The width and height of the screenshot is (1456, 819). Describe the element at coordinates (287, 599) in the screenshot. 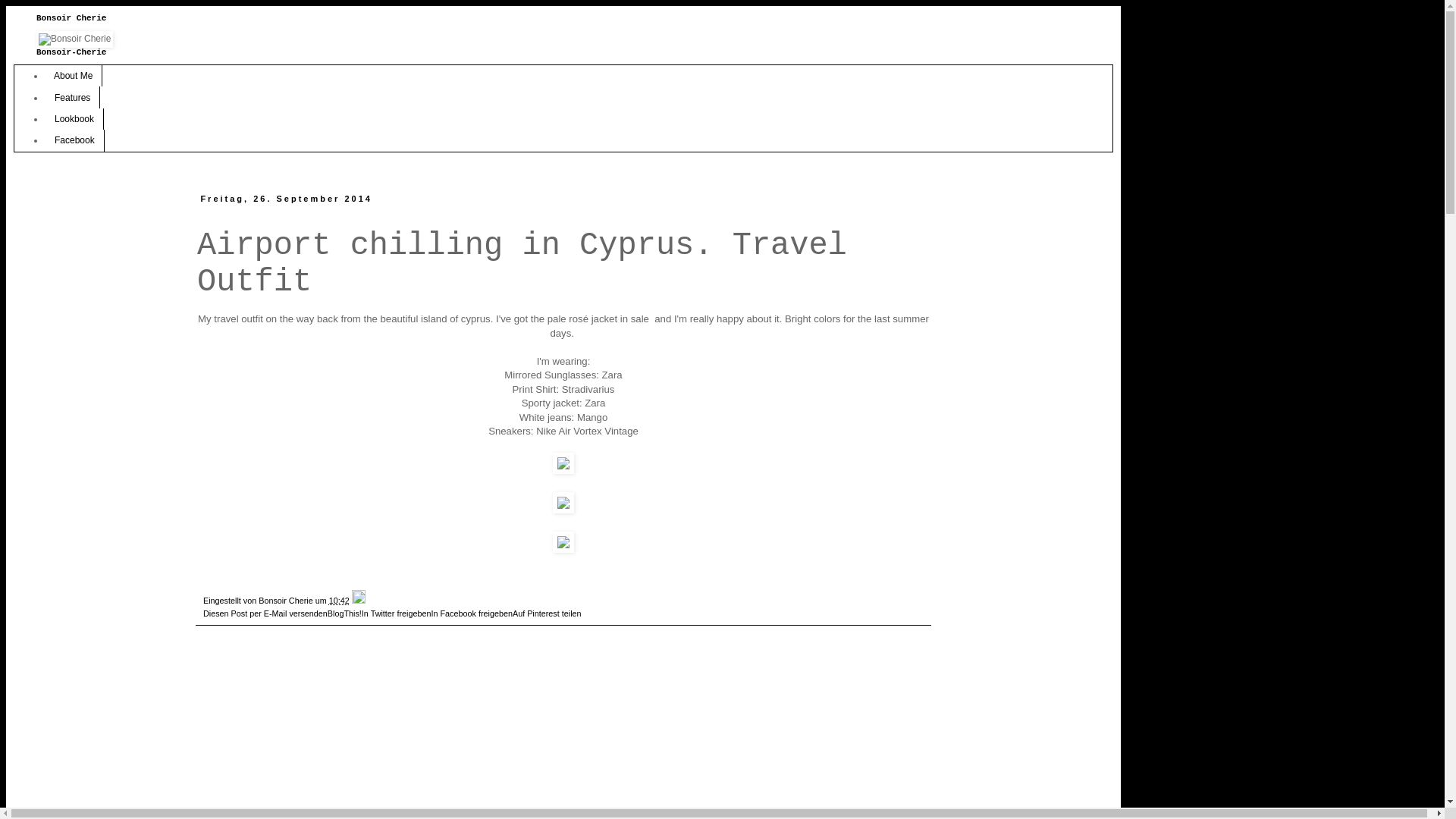

I see `'Bonsoir Cherie'` at that location.